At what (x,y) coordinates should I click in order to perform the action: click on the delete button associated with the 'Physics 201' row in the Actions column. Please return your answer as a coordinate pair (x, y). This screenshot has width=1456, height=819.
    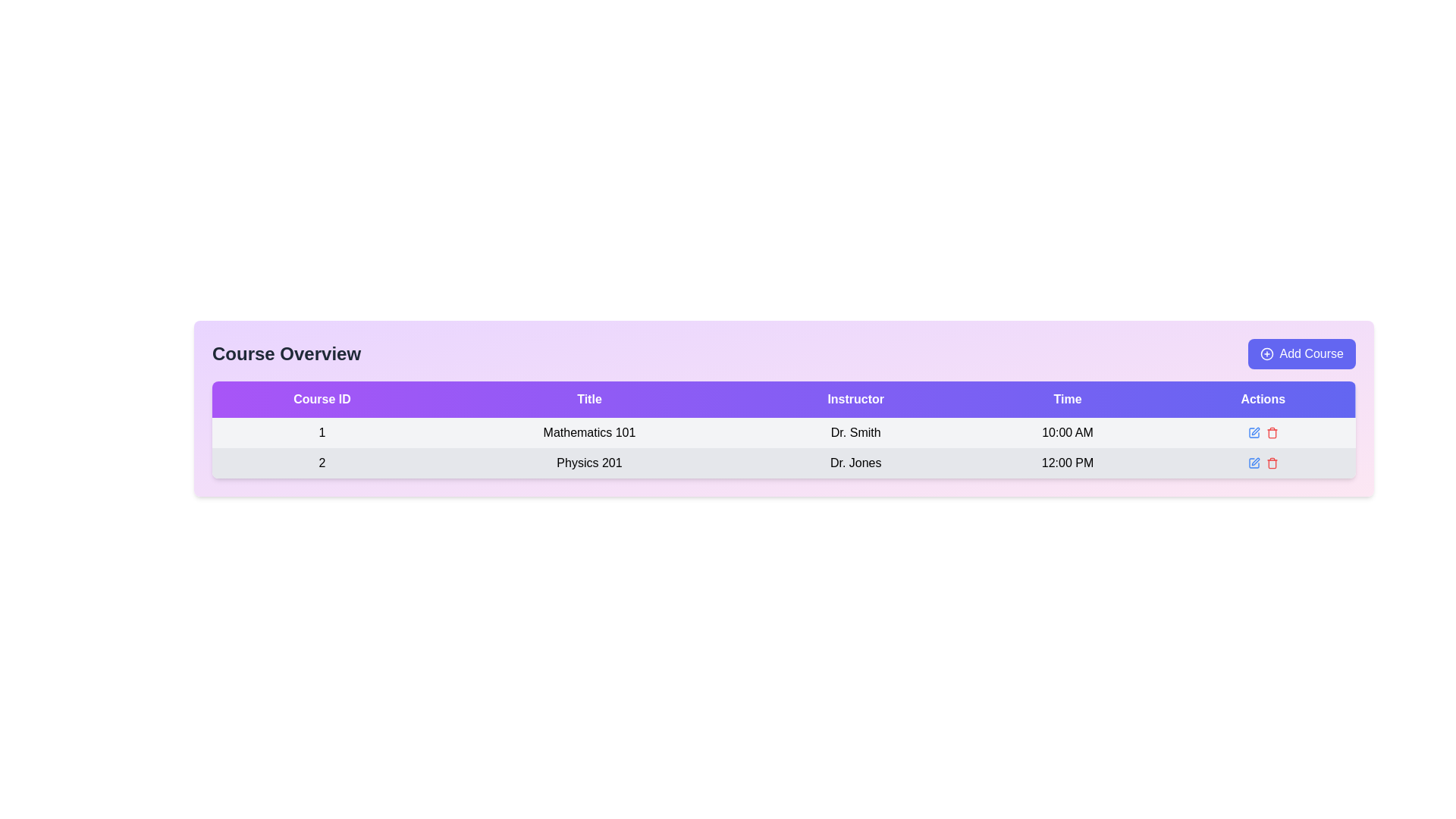
    Looking at the image, I should click on (1272, 432).